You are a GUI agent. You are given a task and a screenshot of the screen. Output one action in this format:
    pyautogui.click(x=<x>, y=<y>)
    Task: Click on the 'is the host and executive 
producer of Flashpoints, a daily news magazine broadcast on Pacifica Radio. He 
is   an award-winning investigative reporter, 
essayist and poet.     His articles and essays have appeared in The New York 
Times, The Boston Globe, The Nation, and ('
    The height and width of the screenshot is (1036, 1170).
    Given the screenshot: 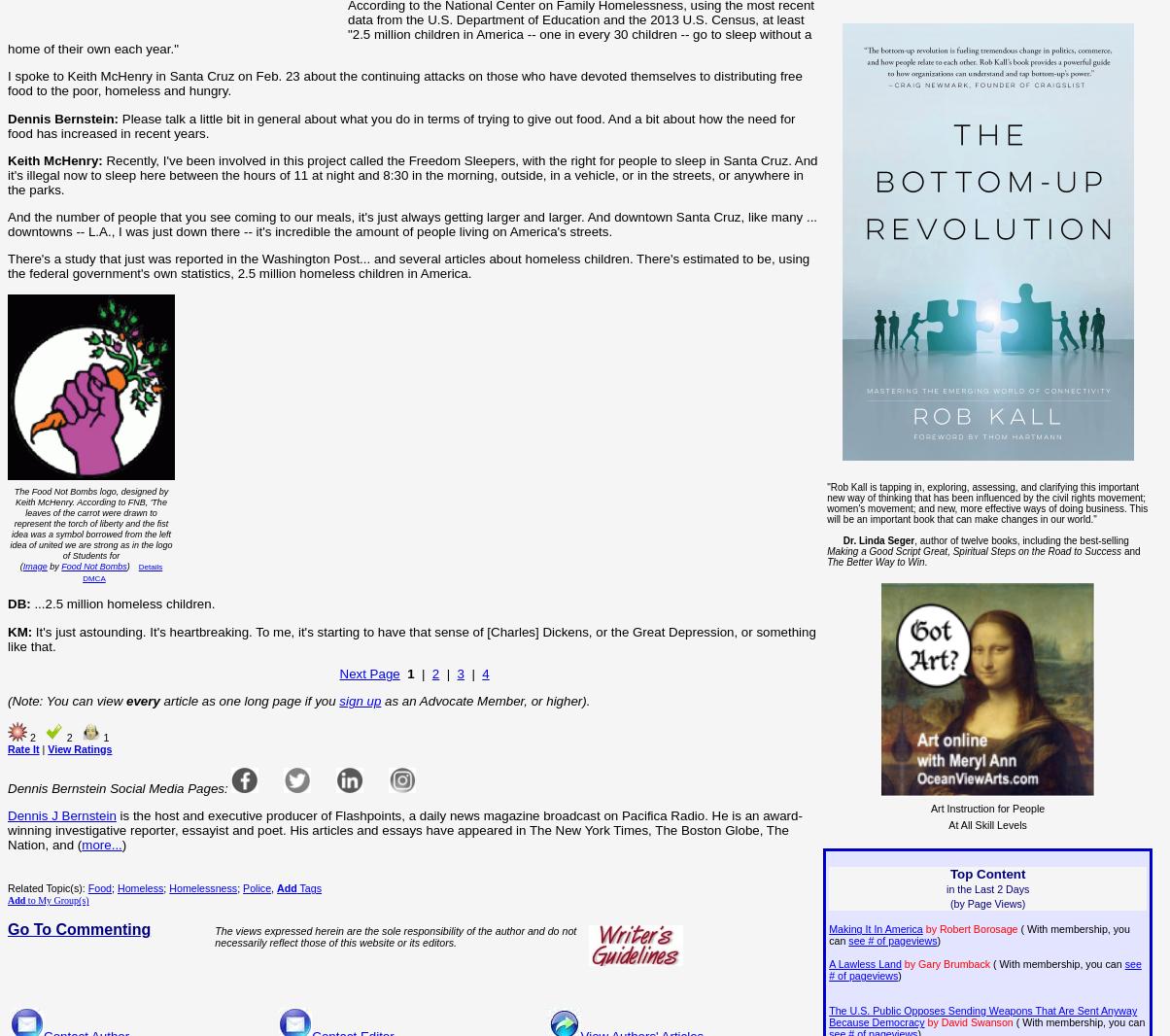 What is the action you would take?
    pyautogui.click(x=404, y=830)
    